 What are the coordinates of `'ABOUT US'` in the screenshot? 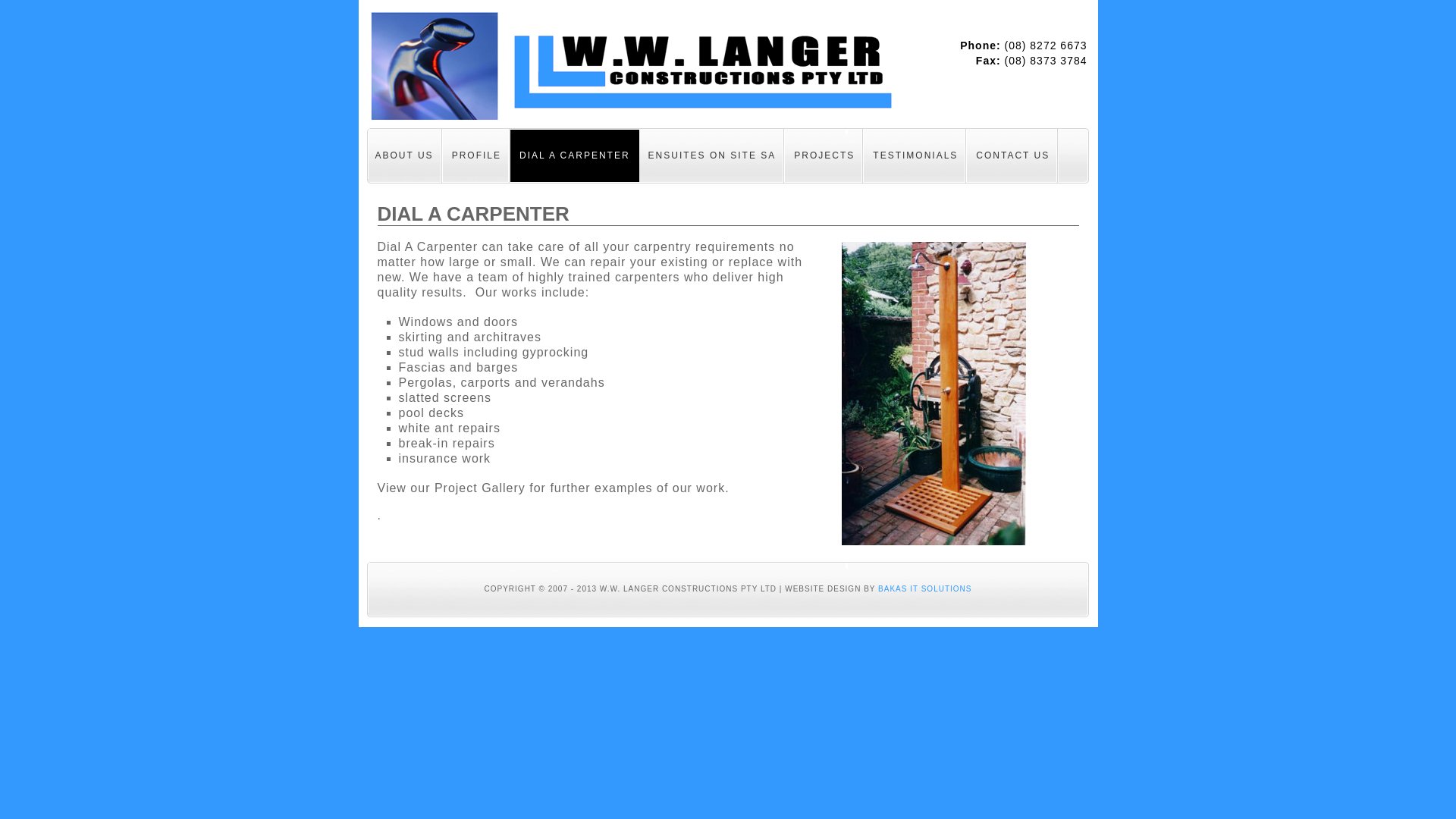 It's located at (403, 155).